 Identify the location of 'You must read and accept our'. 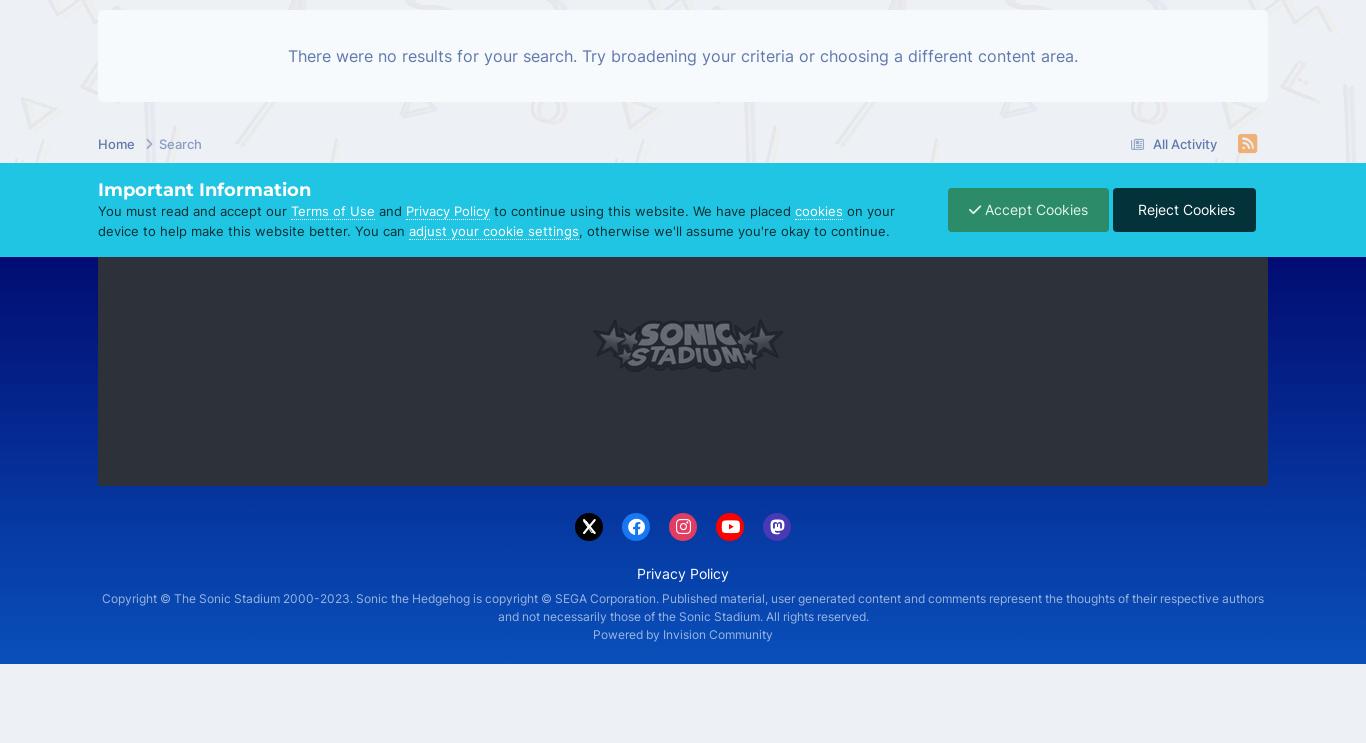
(193, 210).